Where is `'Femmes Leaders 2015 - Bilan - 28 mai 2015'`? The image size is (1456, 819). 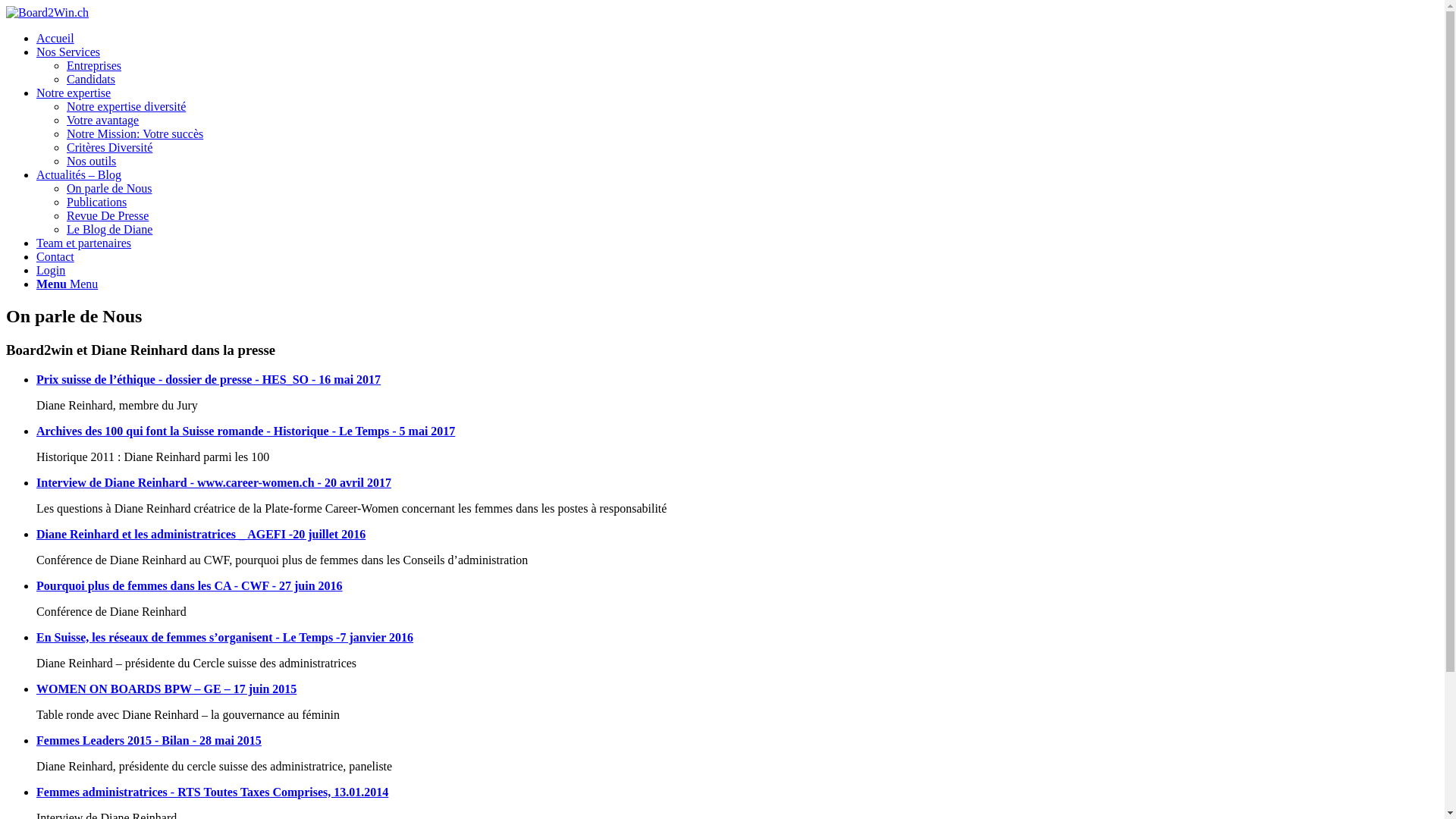 'Femmes Leaders 2015 - Bilan - 28 mai 2015' is located at coordinates (149, 739).